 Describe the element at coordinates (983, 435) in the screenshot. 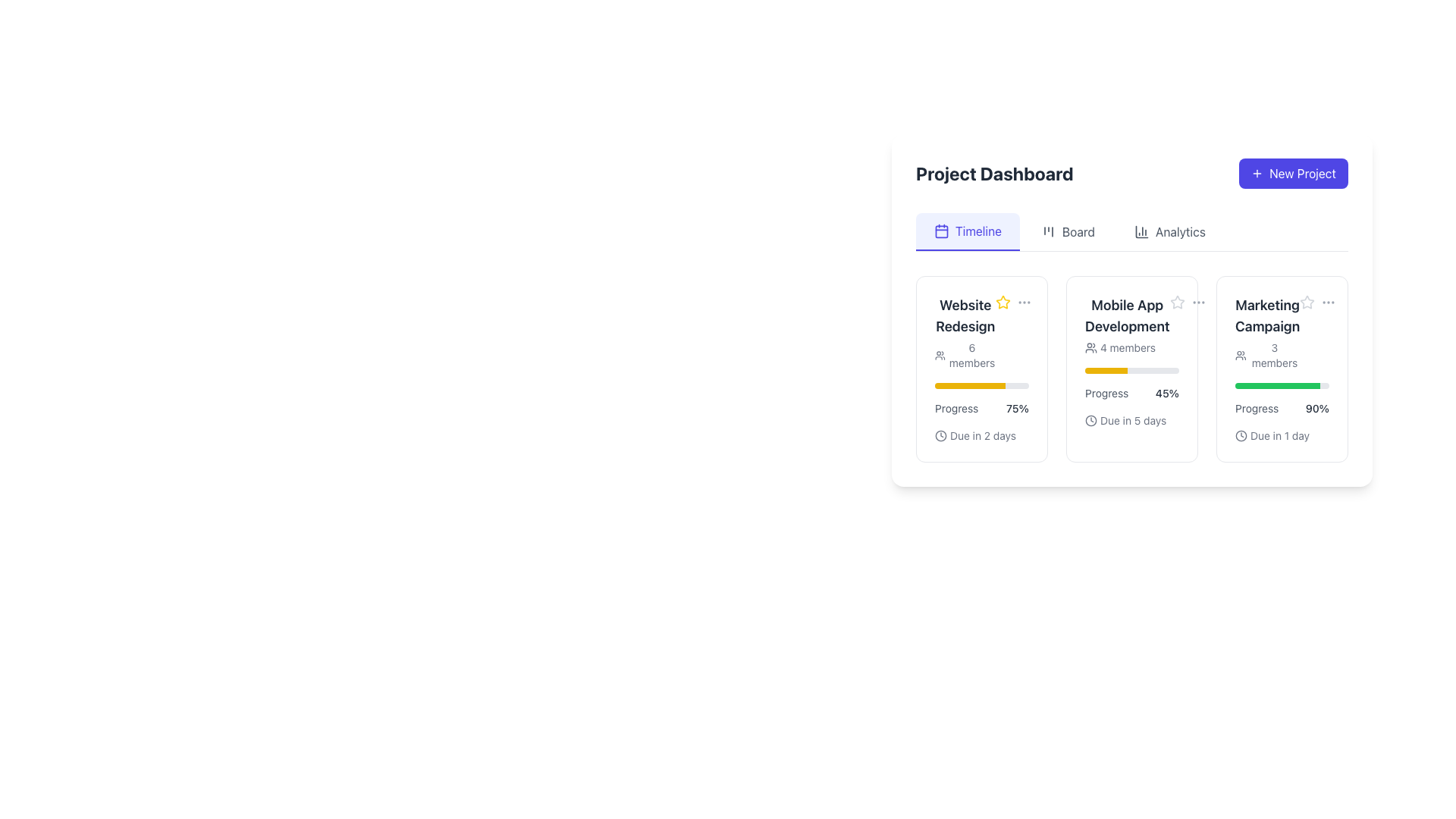

I see `text content of the 'Due in 2 days' label, which is a small gray text label located to the rightmost position next to a clock icon in the Project Dashboard` at that location.